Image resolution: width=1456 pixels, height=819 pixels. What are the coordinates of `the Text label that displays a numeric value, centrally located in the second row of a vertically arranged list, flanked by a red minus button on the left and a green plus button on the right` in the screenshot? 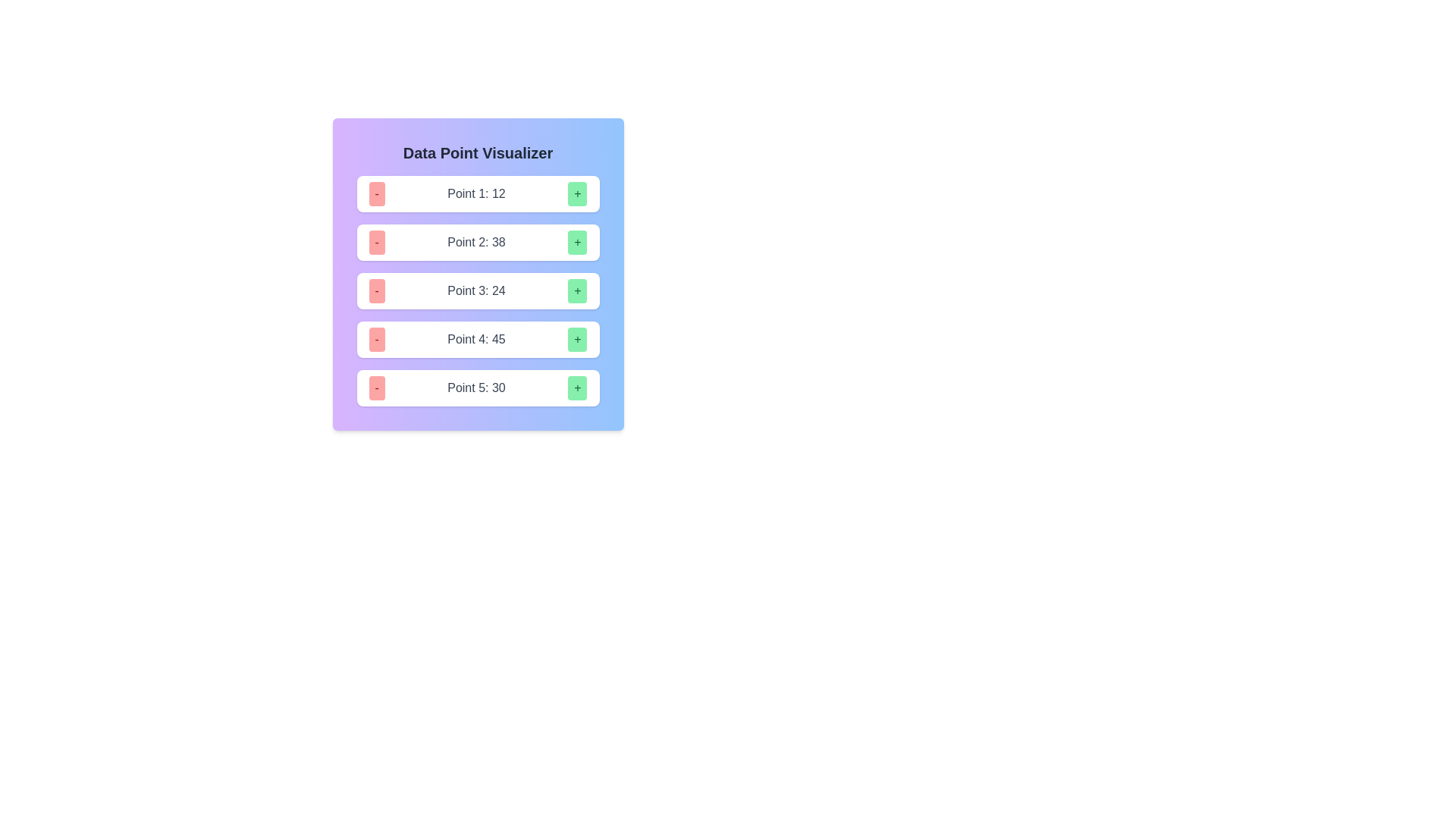 It's located at (475, 242).